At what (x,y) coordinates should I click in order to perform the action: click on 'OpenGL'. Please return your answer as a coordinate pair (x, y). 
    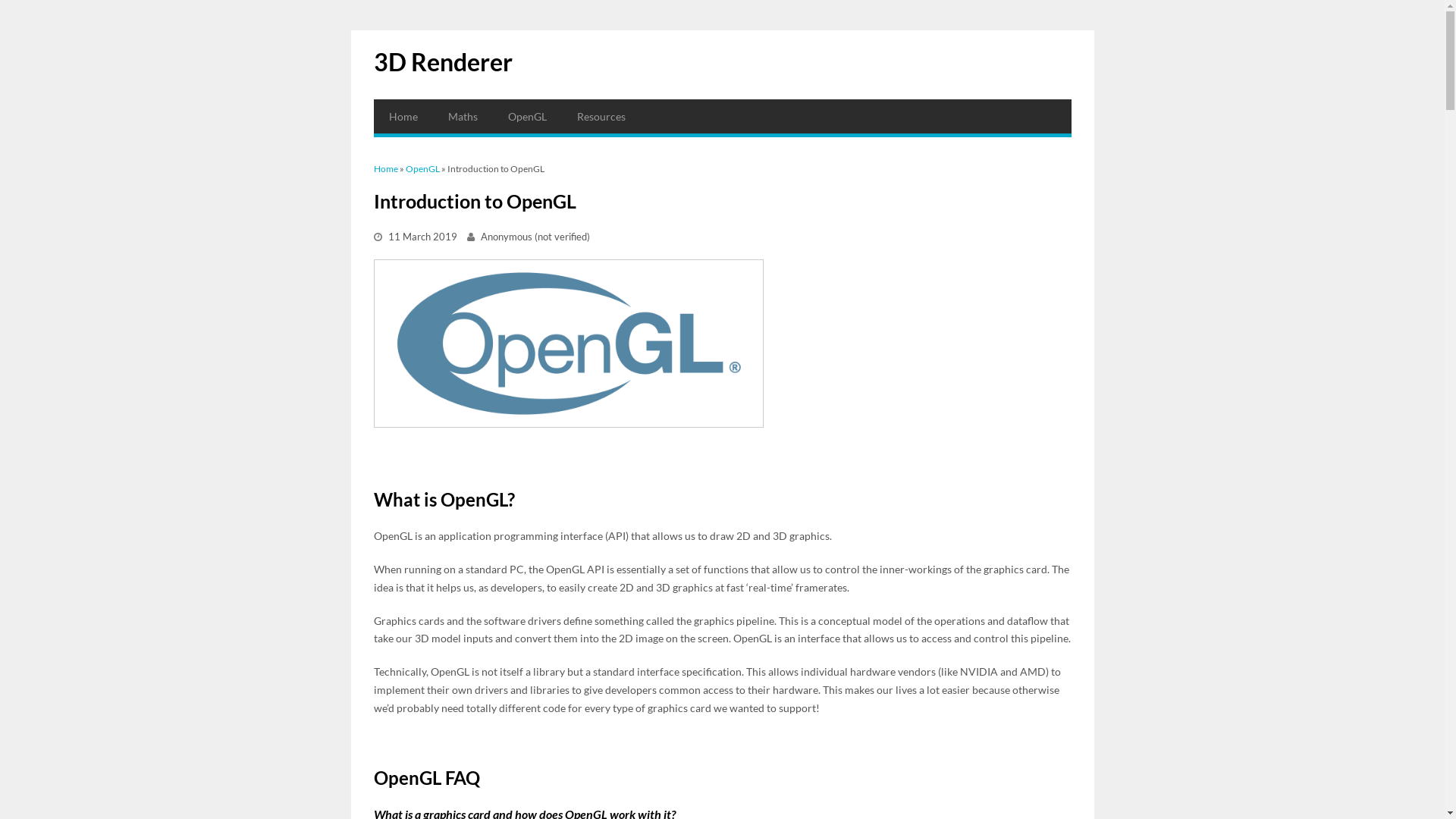
    Looking at the image, I should click on (404, 168).